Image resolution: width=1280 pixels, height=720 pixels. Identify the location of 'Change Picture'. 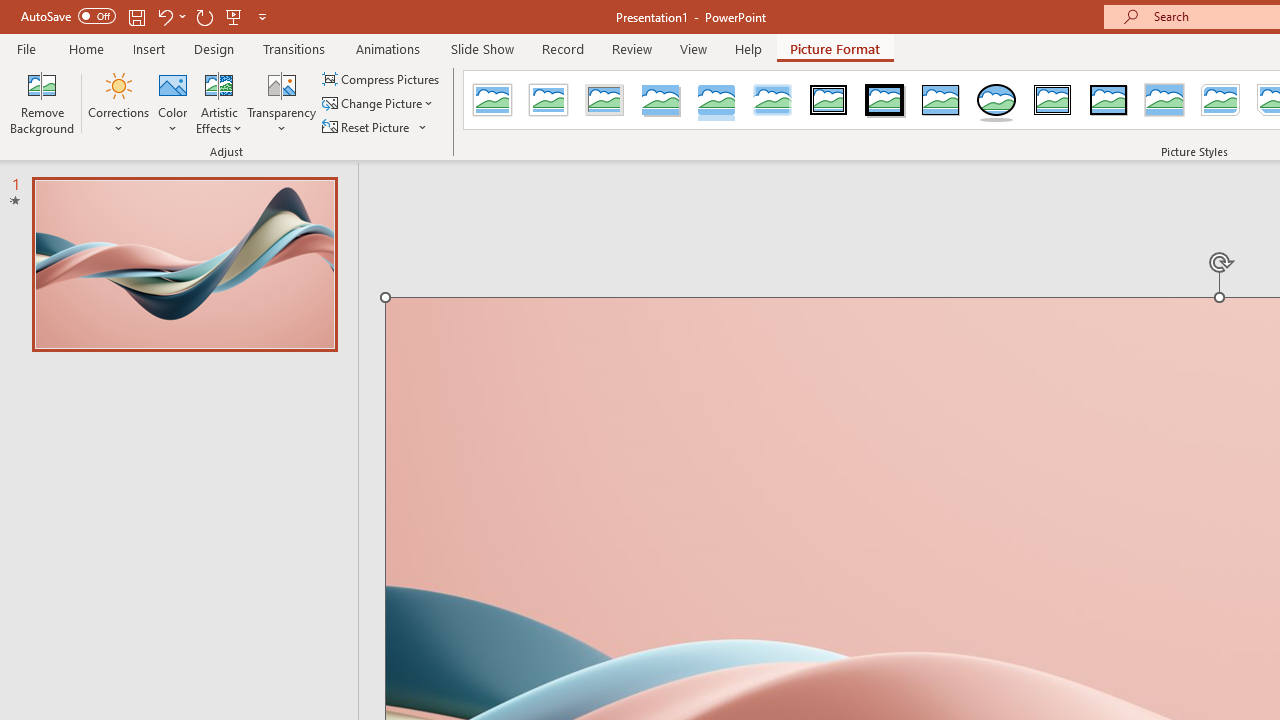
(379, 103).